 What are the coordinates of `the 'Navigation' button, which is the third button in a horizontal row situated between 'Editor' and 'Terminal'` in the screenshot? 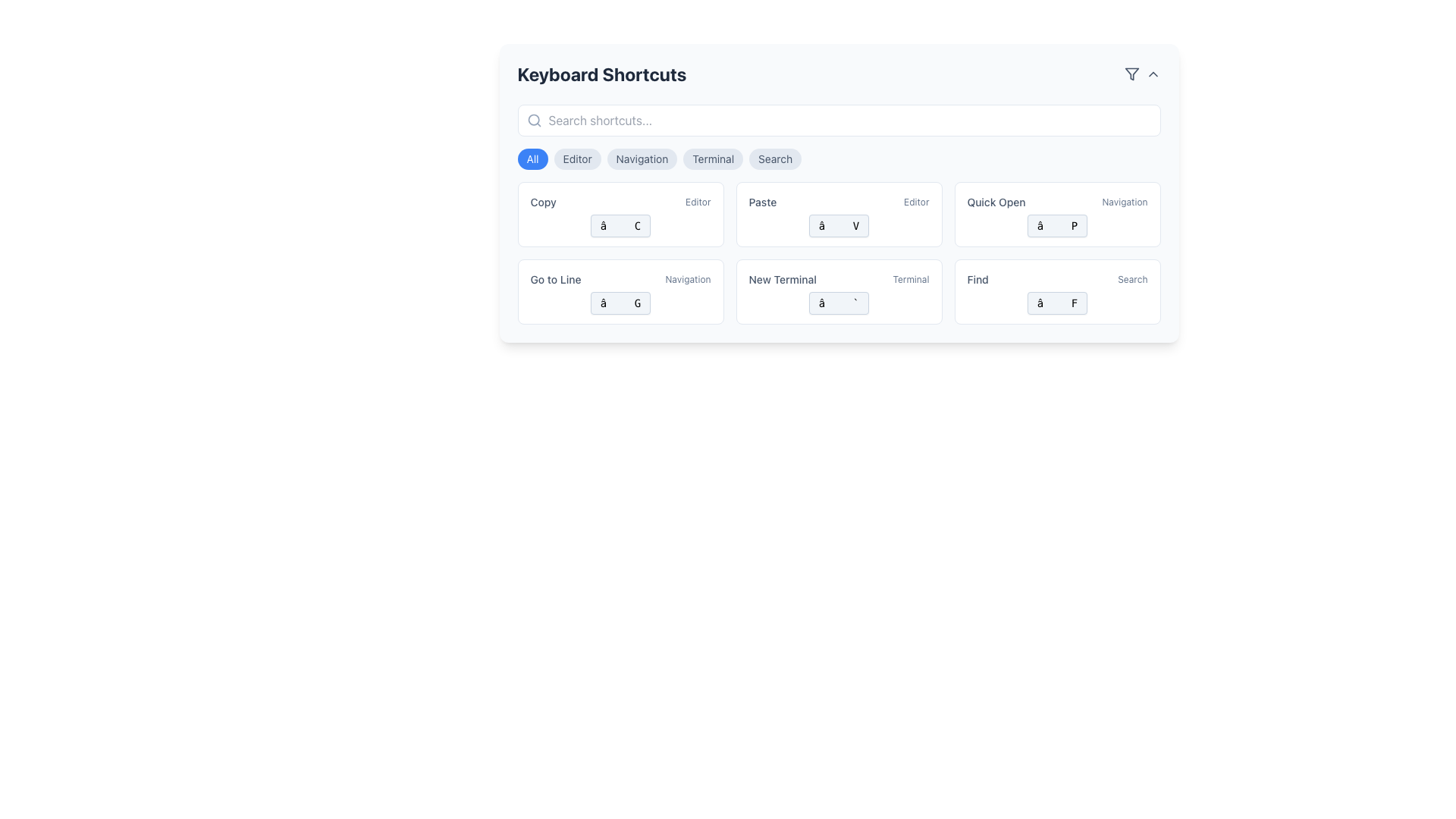 It's located at (642, 158).